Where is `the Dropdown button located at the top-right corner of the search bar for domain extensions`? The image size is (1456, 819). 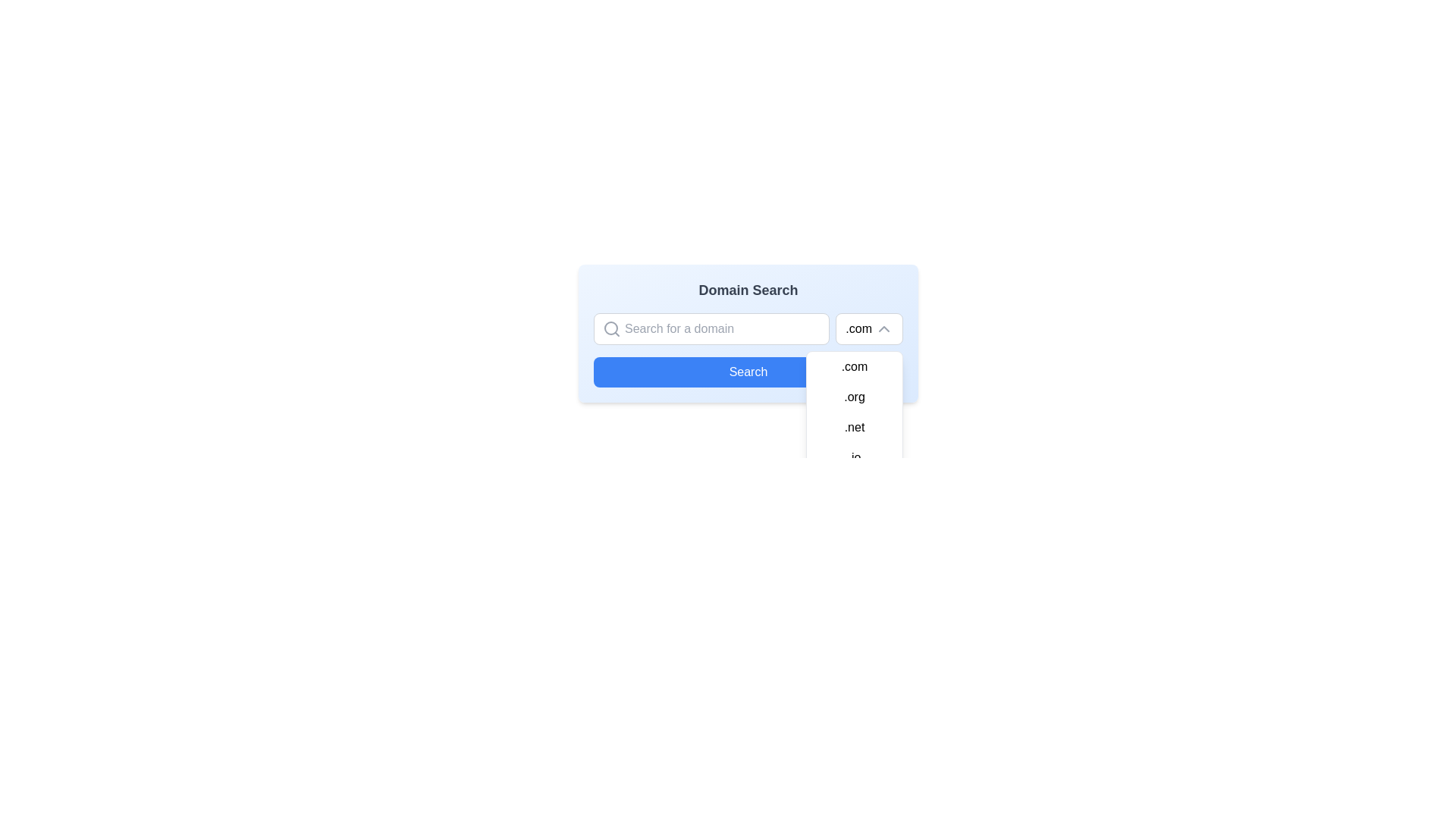 the Dropdown button located at the top-right corner of the search bar for domain extensions is located at coordinates (869, 328).